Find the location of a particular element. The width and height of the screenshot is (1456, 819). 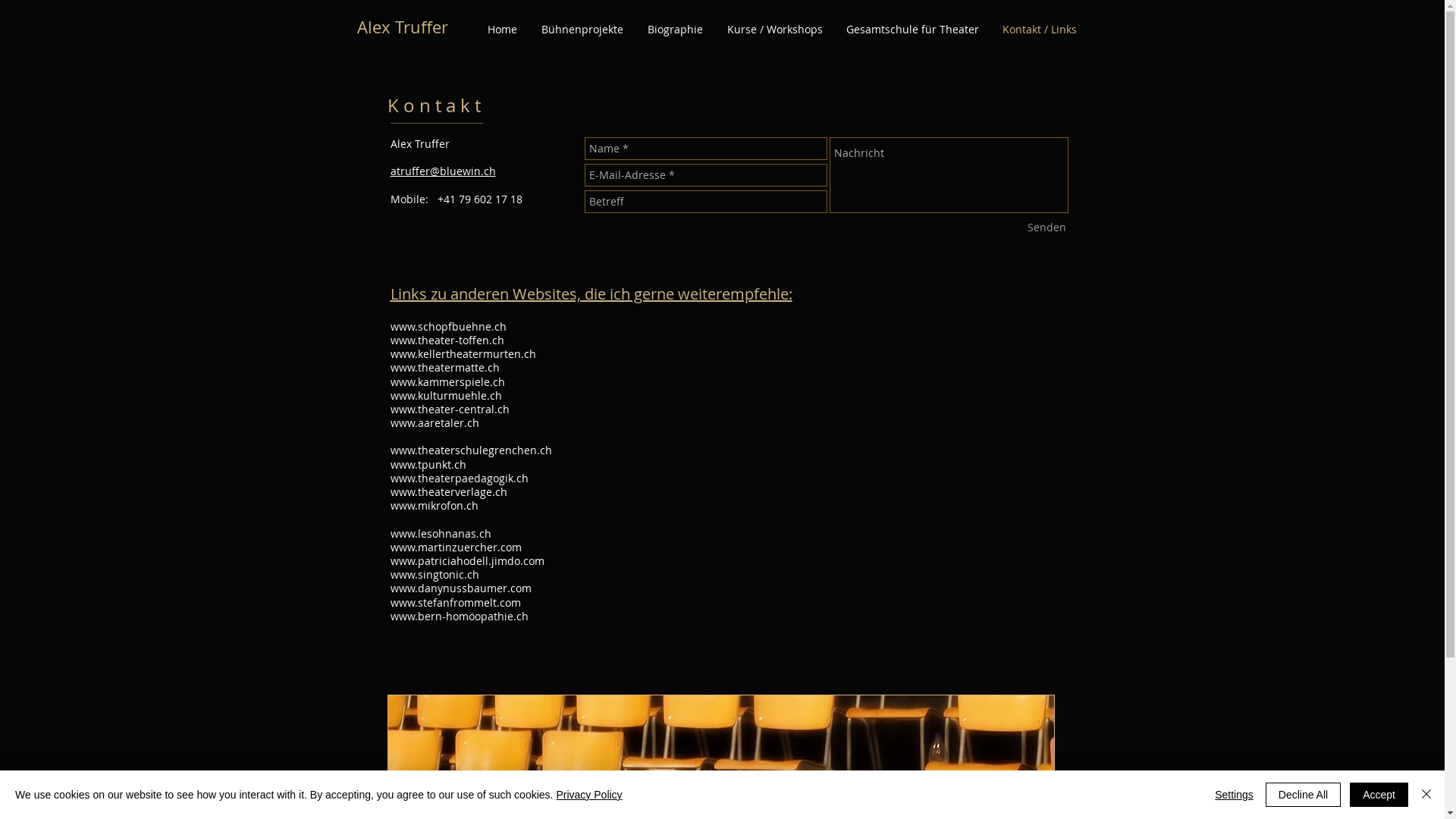

'Kurse / Workshops' is located at coordinates (713, 29).